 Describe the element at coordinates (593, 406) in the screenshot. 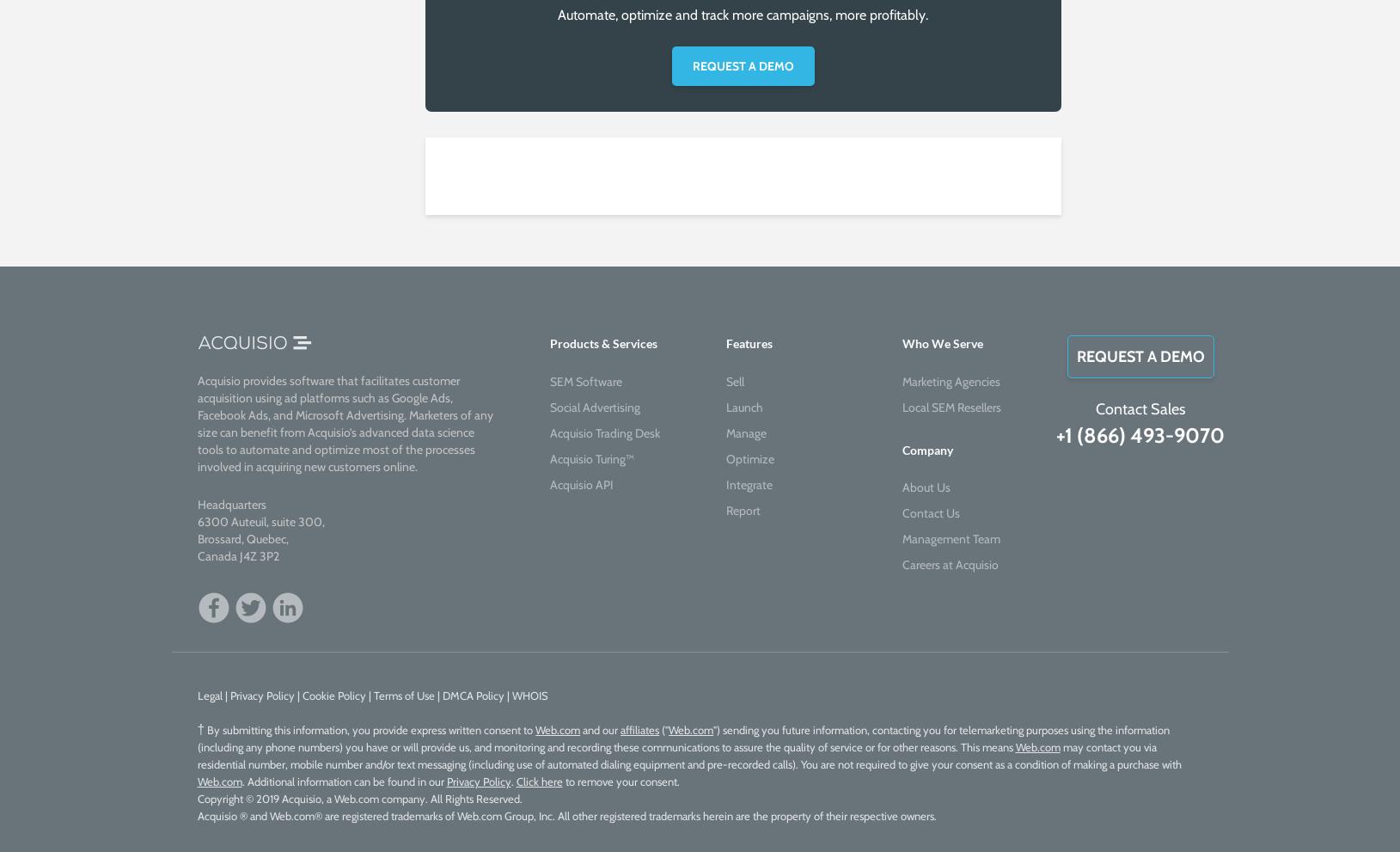

I see `'Social Advertising'` at that location.